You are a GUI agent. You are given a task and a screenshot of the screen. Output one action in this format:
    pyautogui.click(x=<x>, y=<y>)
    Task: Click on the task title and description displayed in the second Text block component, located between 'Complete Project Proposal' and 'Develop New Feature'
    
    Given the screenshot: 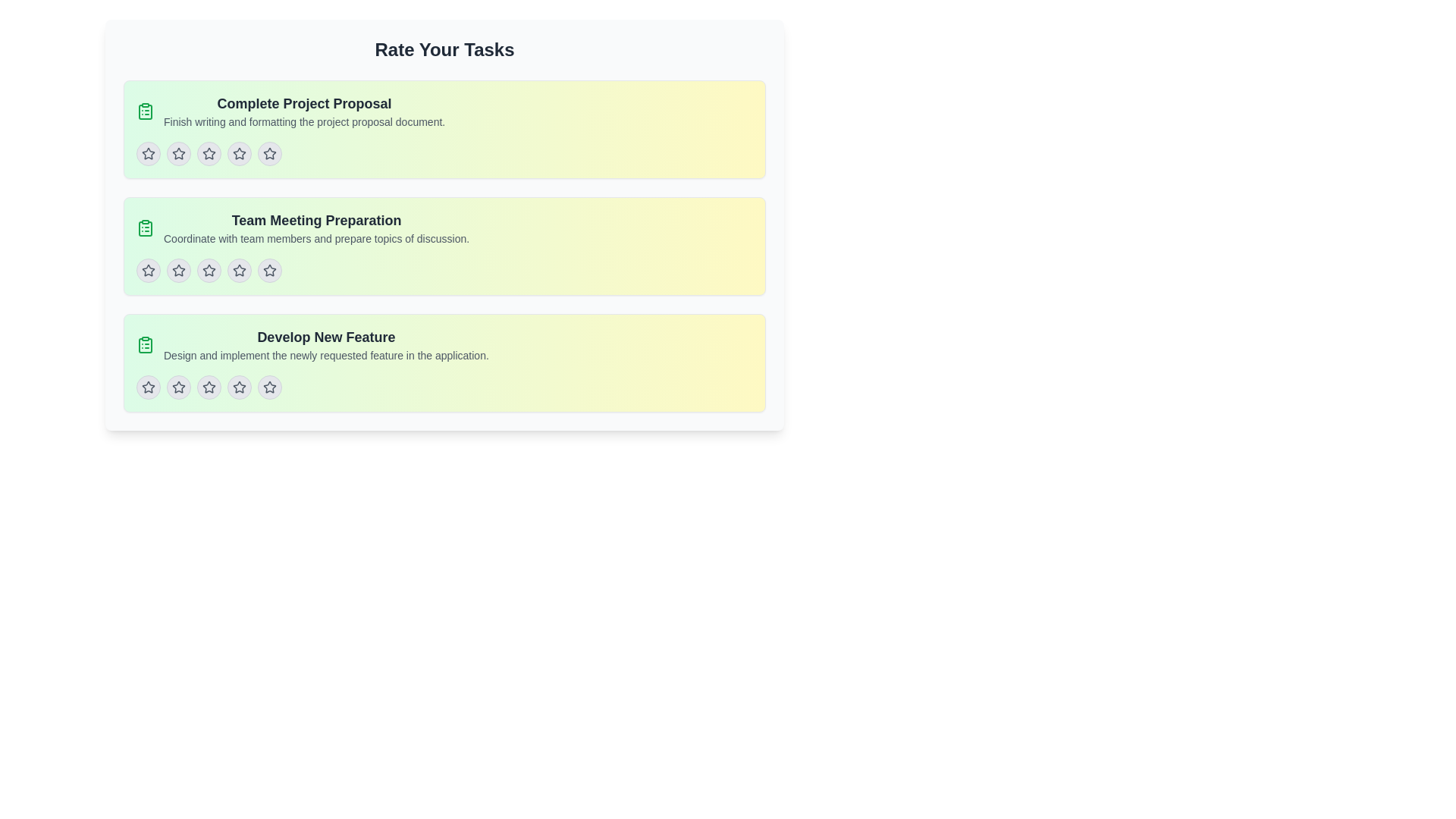 What is the action you would take?
    pyautogui.click(x=315, y=227)
    